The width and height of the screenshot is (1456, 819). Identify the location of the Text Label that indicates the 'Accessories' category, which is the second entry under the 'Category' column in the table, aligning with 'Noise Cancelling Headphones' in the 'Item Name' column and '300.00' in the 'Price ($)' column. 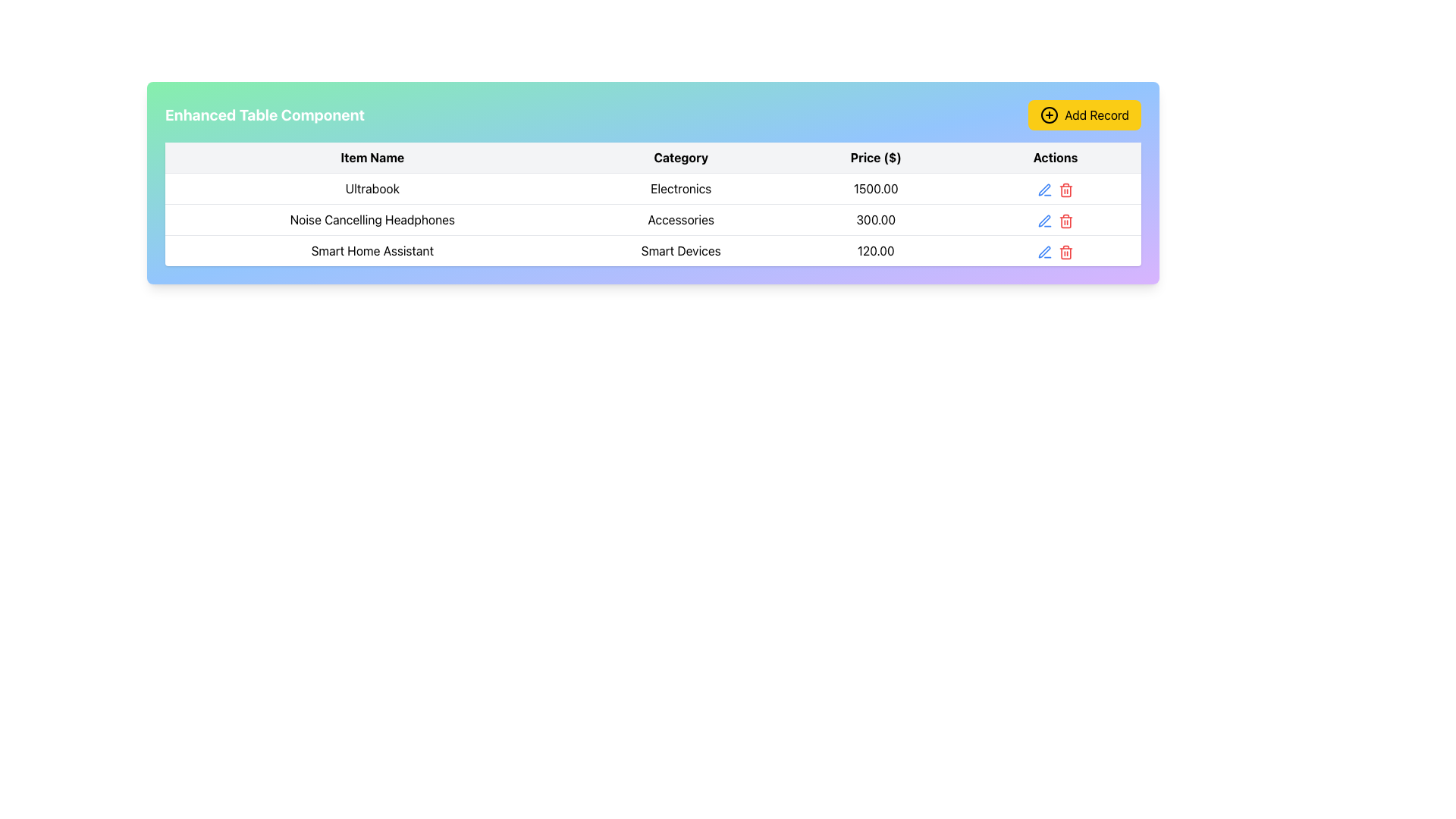
(680, 219).